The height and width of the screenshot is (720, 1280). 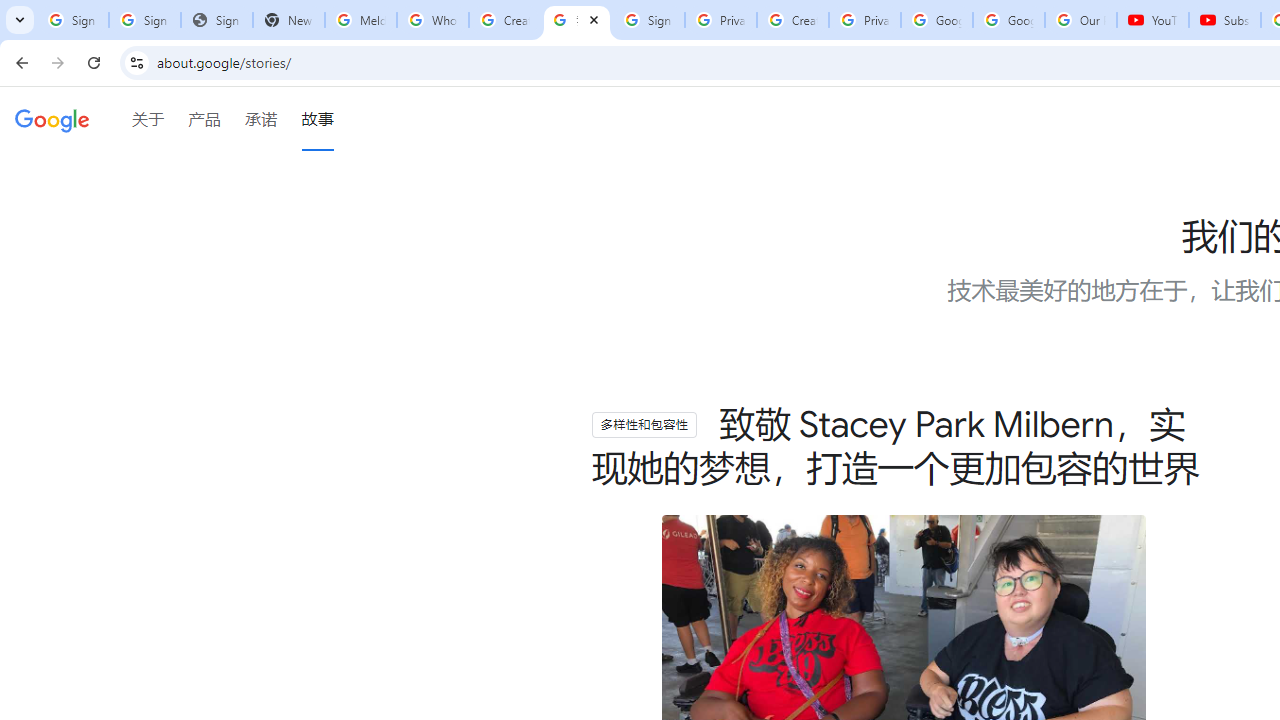 What do you see at coordinates (52, 121) in the screenshot?
I see `'Google'` at bounding box center [52, 121].